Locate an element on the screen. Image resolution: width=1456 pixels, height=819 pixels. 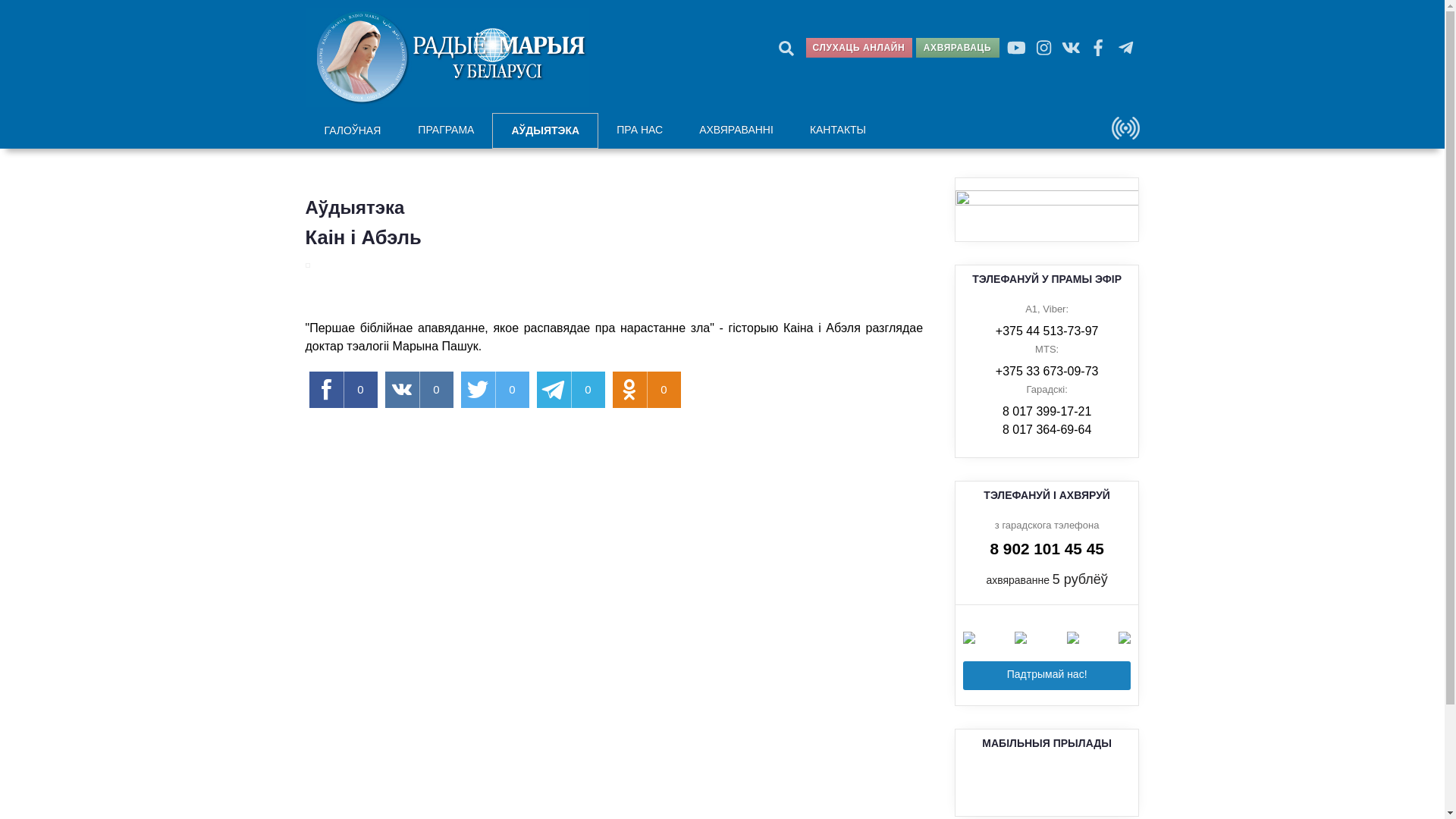
'Facebook' is located at coordinates (1099, 46).